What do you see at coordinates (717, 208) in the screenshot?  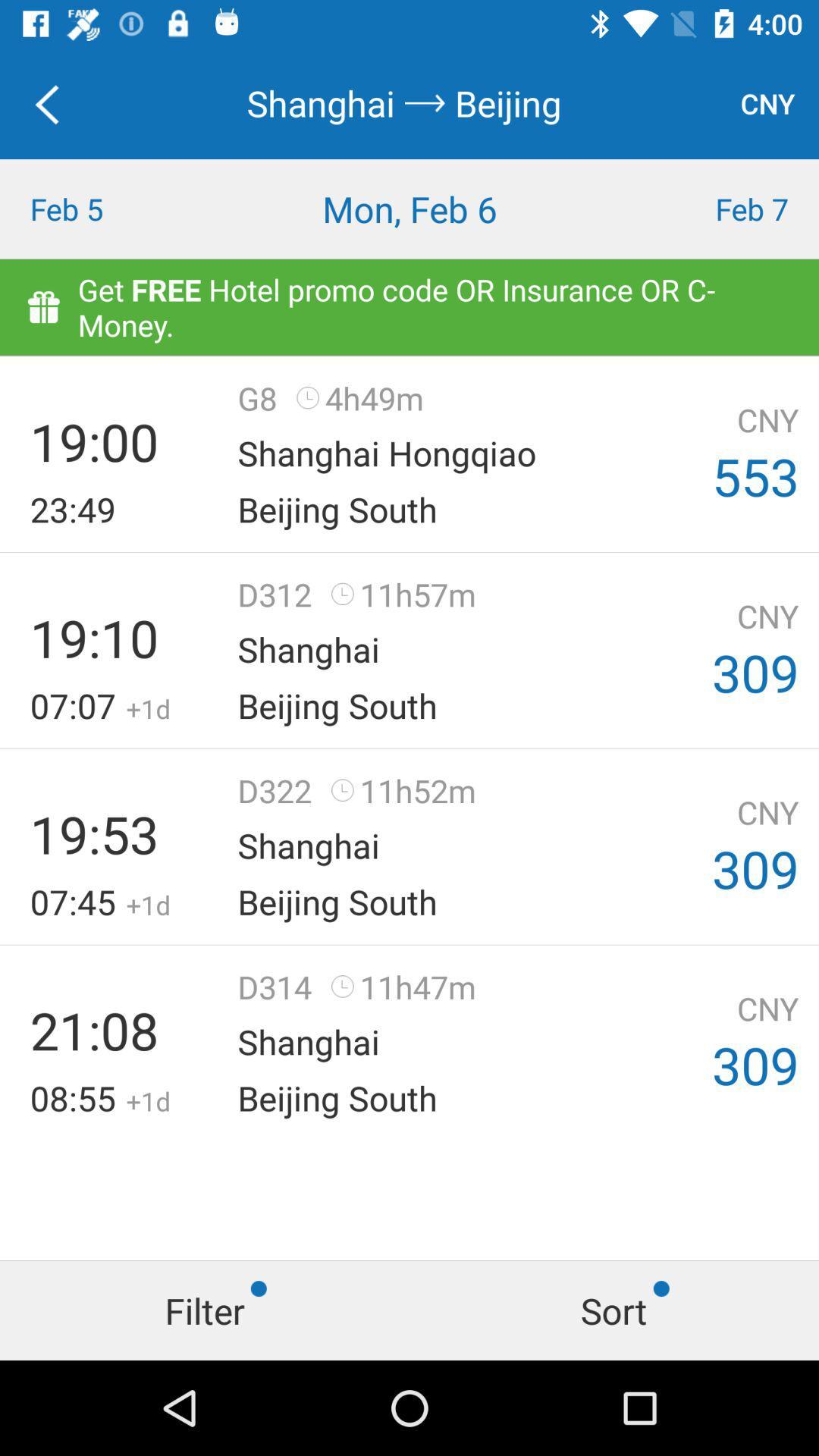 I see `item next to the mon, feb 6 icon` at bounding box center [717, 208].